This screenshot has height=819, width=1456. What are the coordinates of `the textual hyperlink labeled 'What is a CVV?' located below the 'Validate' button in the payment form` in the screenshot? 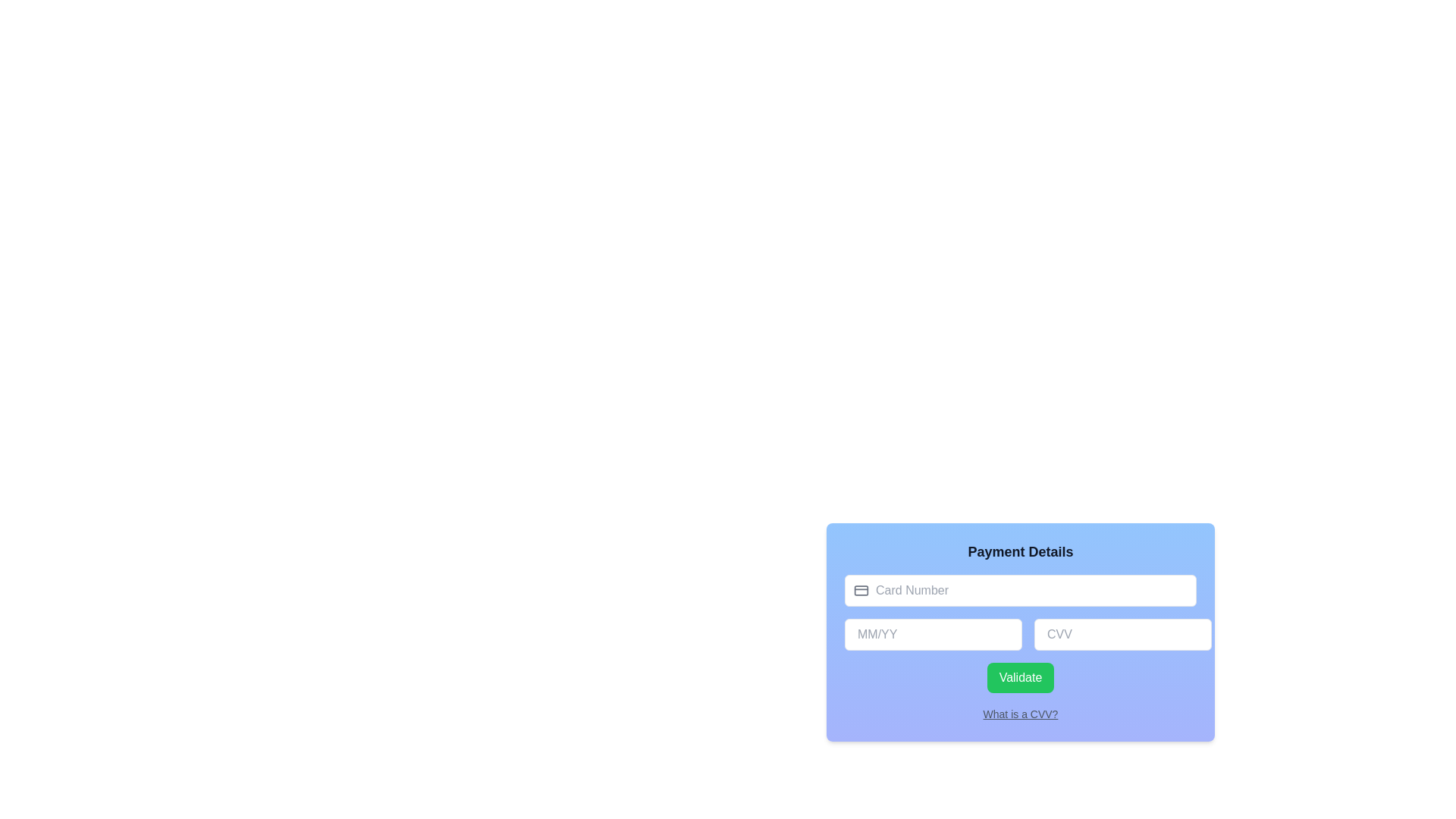 It's located at (1020, 714).